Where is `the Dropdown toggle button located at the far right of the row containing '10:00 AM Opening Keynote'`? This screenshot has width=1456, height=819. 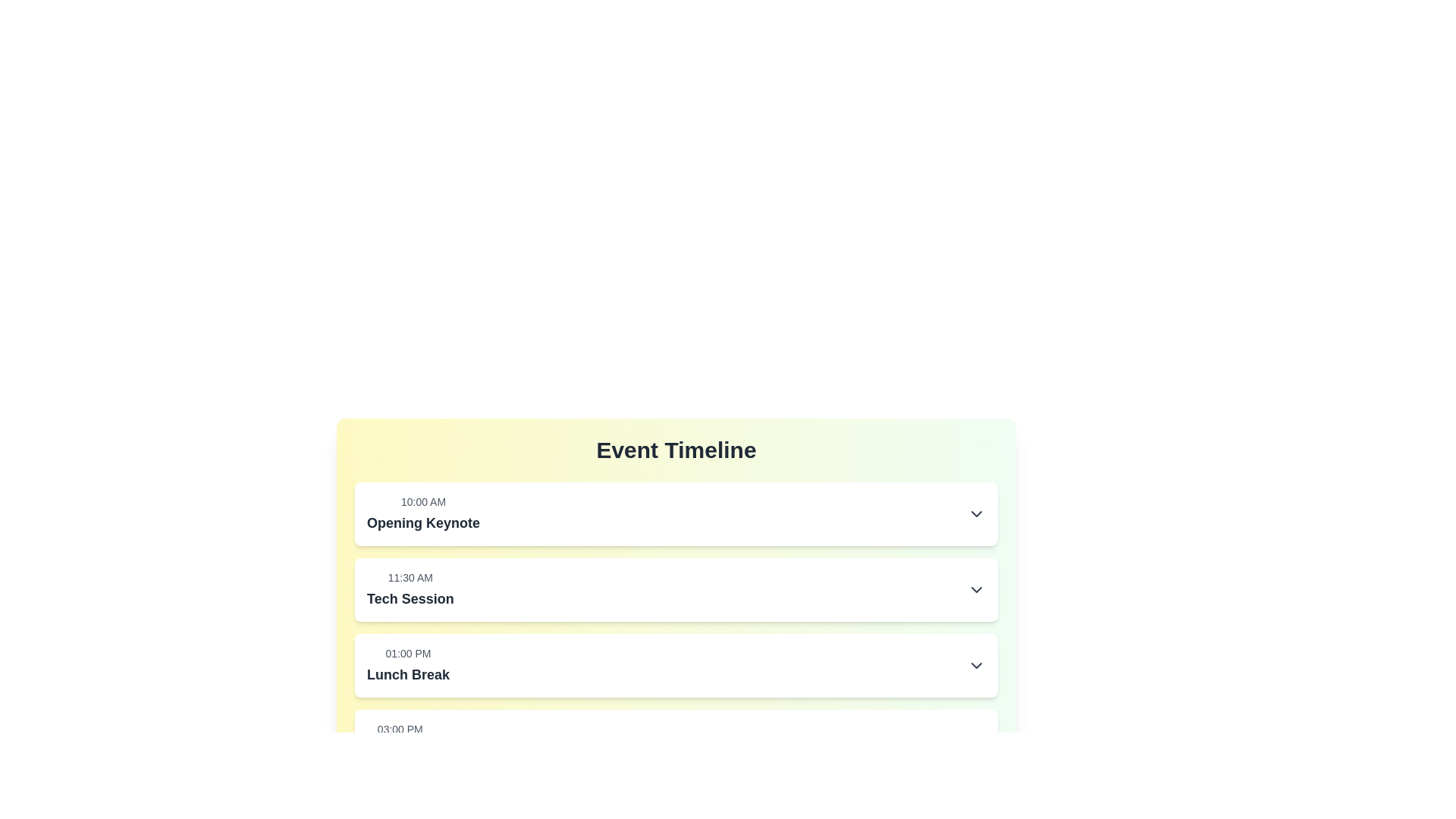
the Dropdown toggle button located at the far right of the row containing '10:00 AM Opening Keynote' is located at coordinates (976, 513).